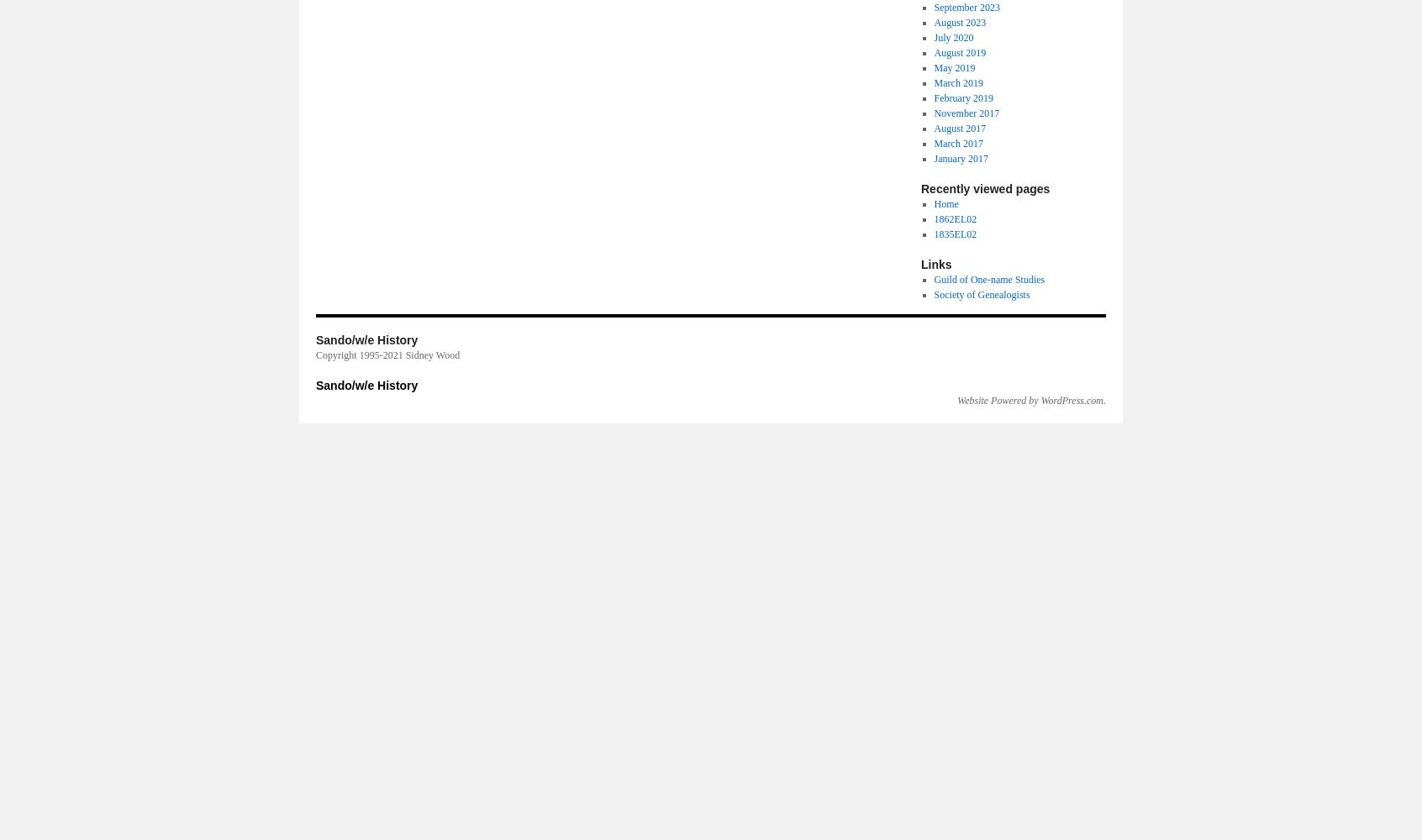 This screenshot has width=1422, height=840. Describe the element at coordinates (952, 38) in the screenshot. I see `'July 2020'` at that location.